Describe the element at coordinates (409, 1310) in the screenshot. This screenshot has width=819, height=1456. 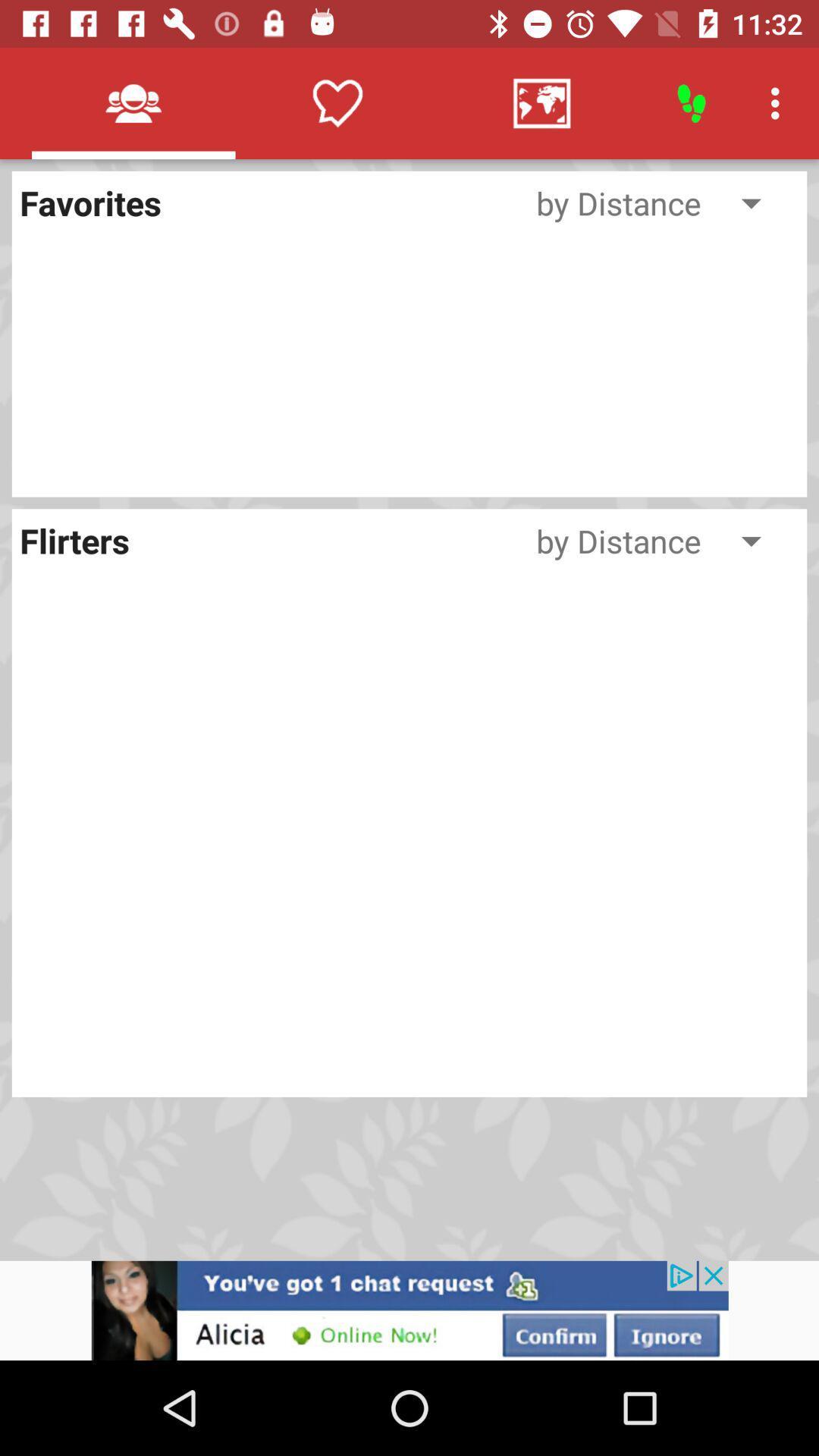
I see `advertisement banner` at that location.